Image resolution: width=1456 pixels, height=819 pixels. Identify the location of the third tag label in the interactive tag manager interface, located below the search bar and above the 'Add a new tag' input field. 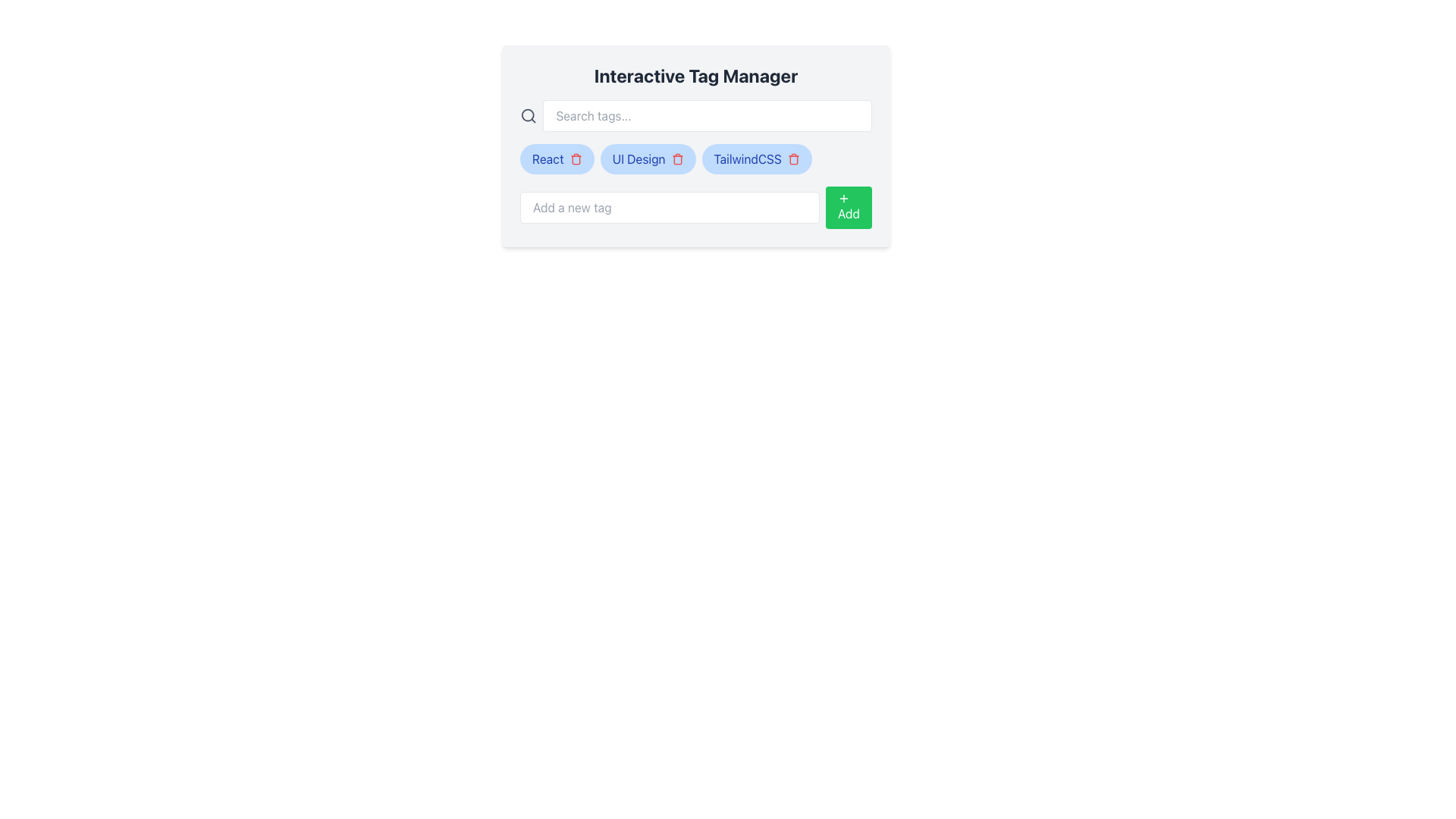
(748, 158).